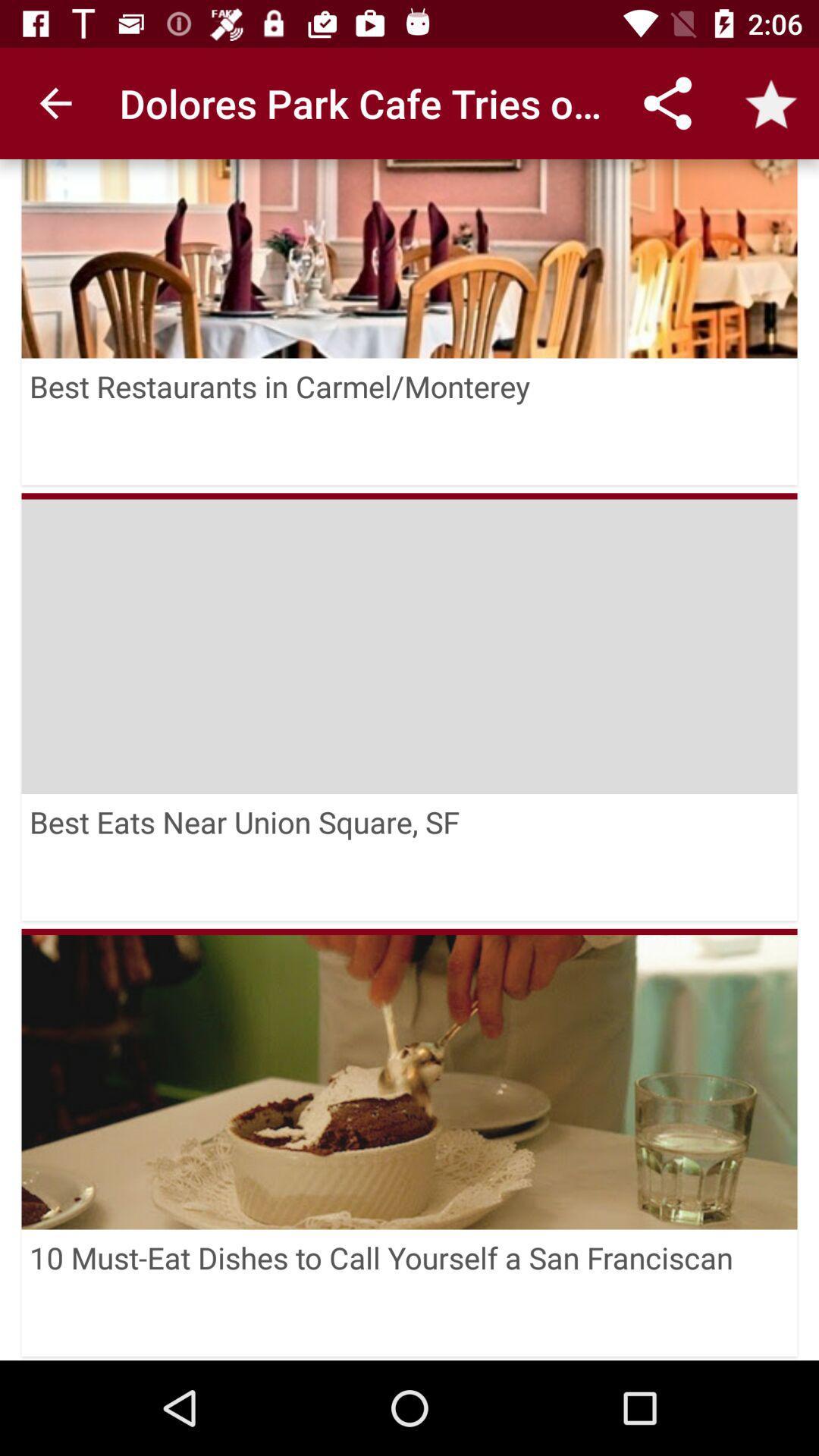 This screenshot has width=819, height=1456. What do you see at coordinates (409, 930) in the screenshot?
I see `the icon below the best eats near icon` at bounding box center [409, 930].